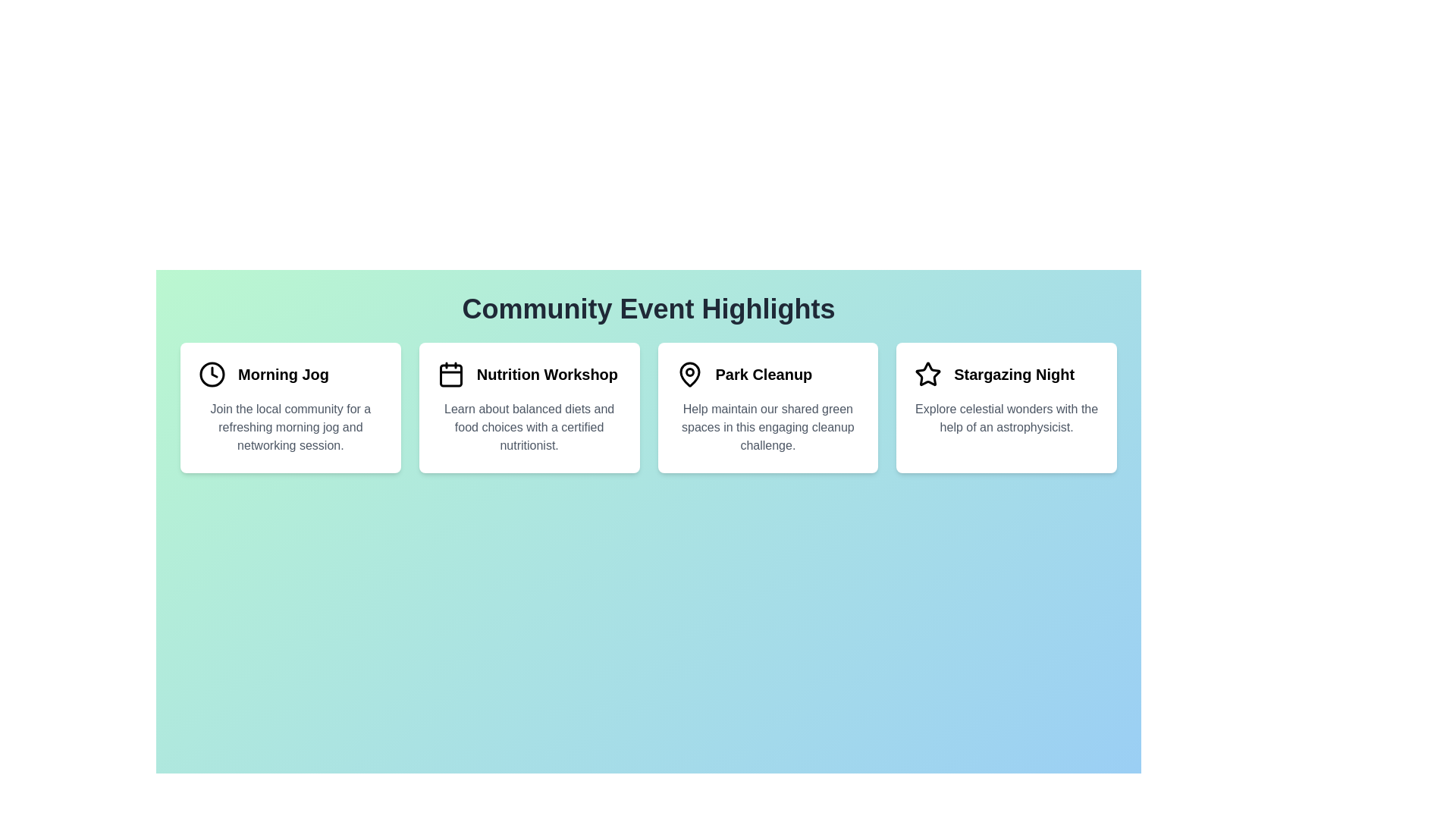 Image resolution: width=1456 pixels, height=819 pixels. What do you see at coordinates (689, 374) in the screenshot?
I see `the map pin icon located on the left side of the 'Park Cleanup' event card, which features a classic pin outline and a smaller circle in the center` at bounding box center [689, 374].